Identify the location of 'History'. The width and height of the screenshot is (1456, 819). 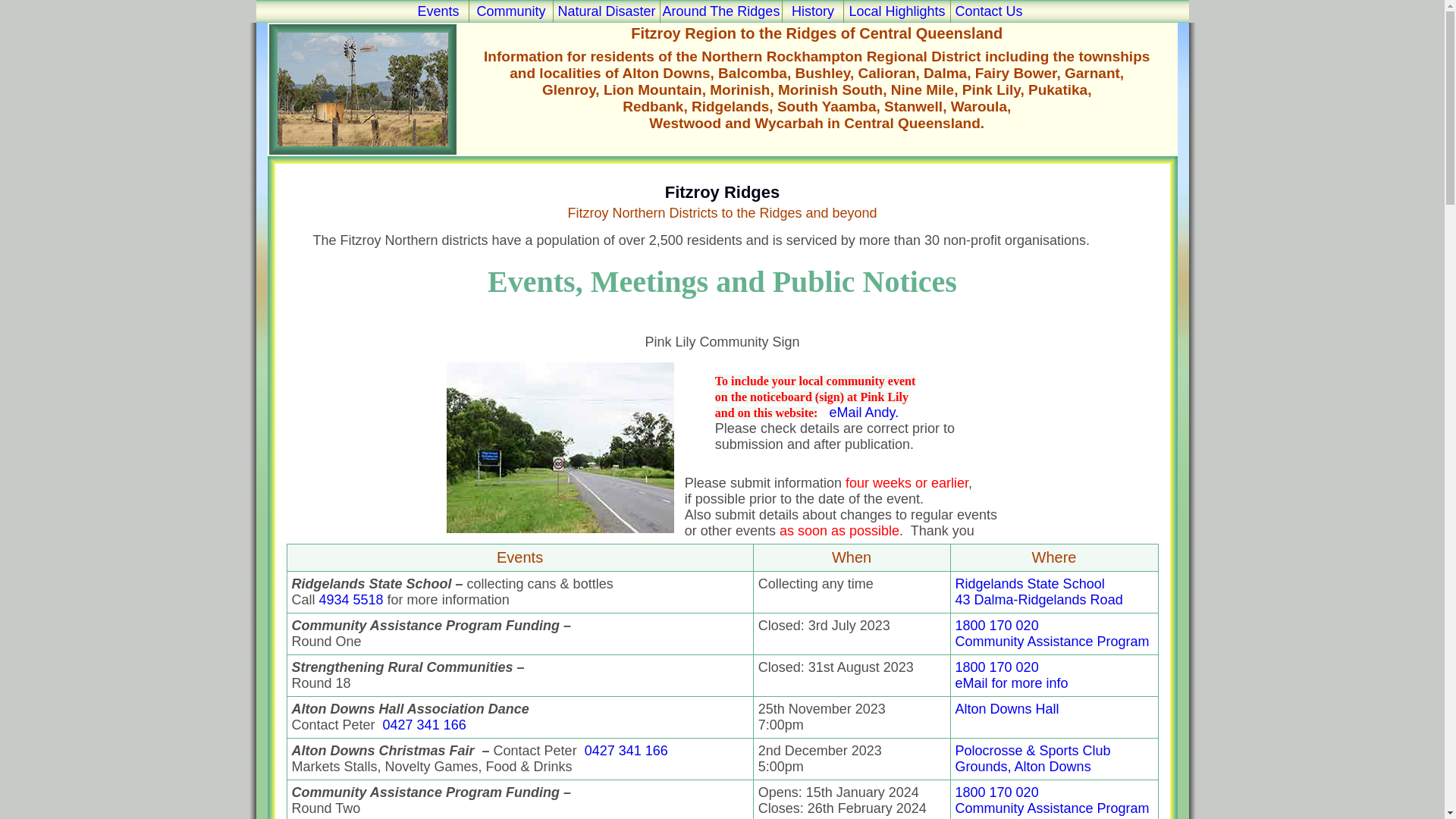
(812, 11).